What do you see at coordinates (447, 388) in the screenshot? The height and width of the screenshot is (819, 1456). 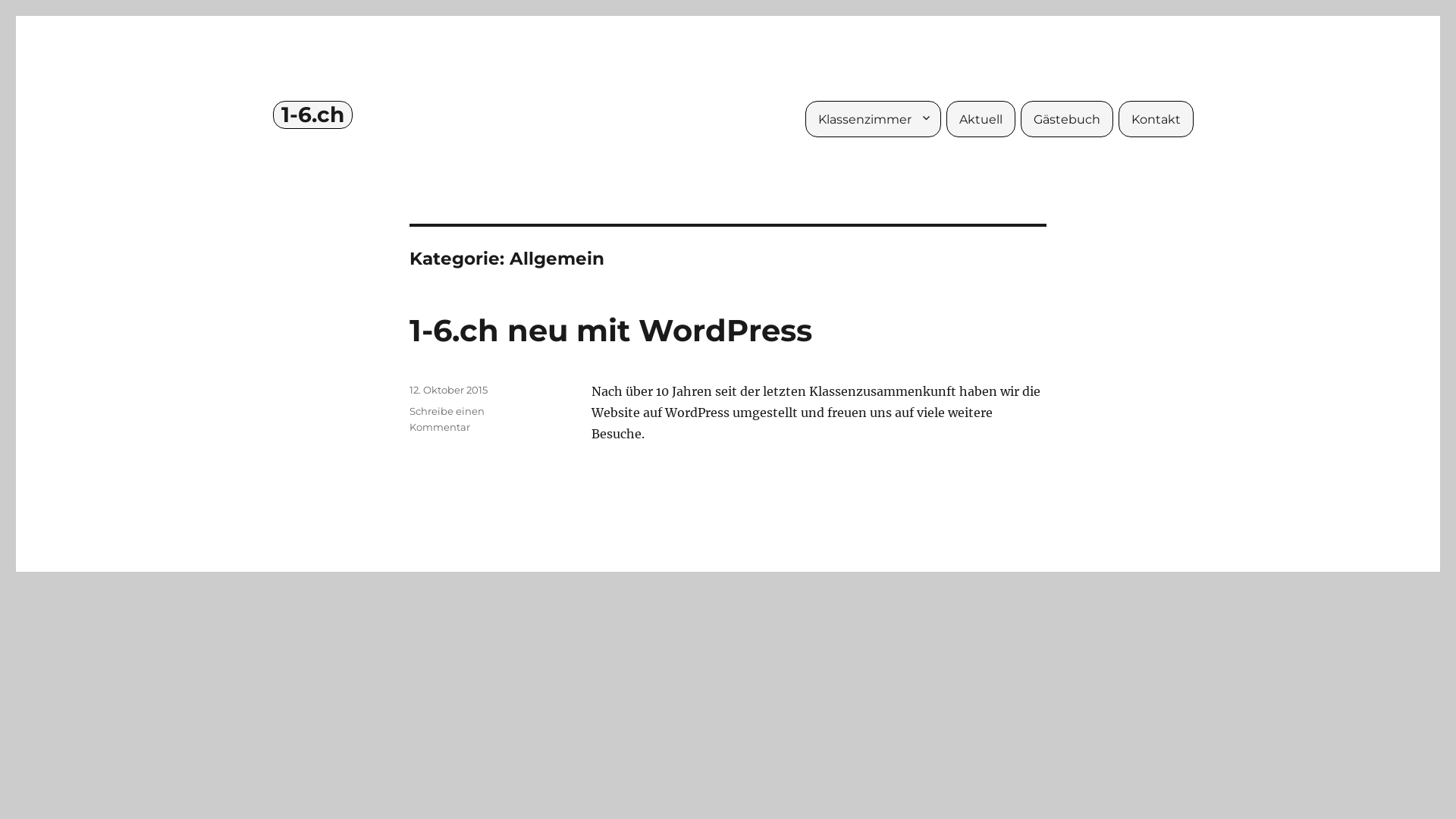 I see `'12. Oktober 2015'` at bounding box center [447, 388].